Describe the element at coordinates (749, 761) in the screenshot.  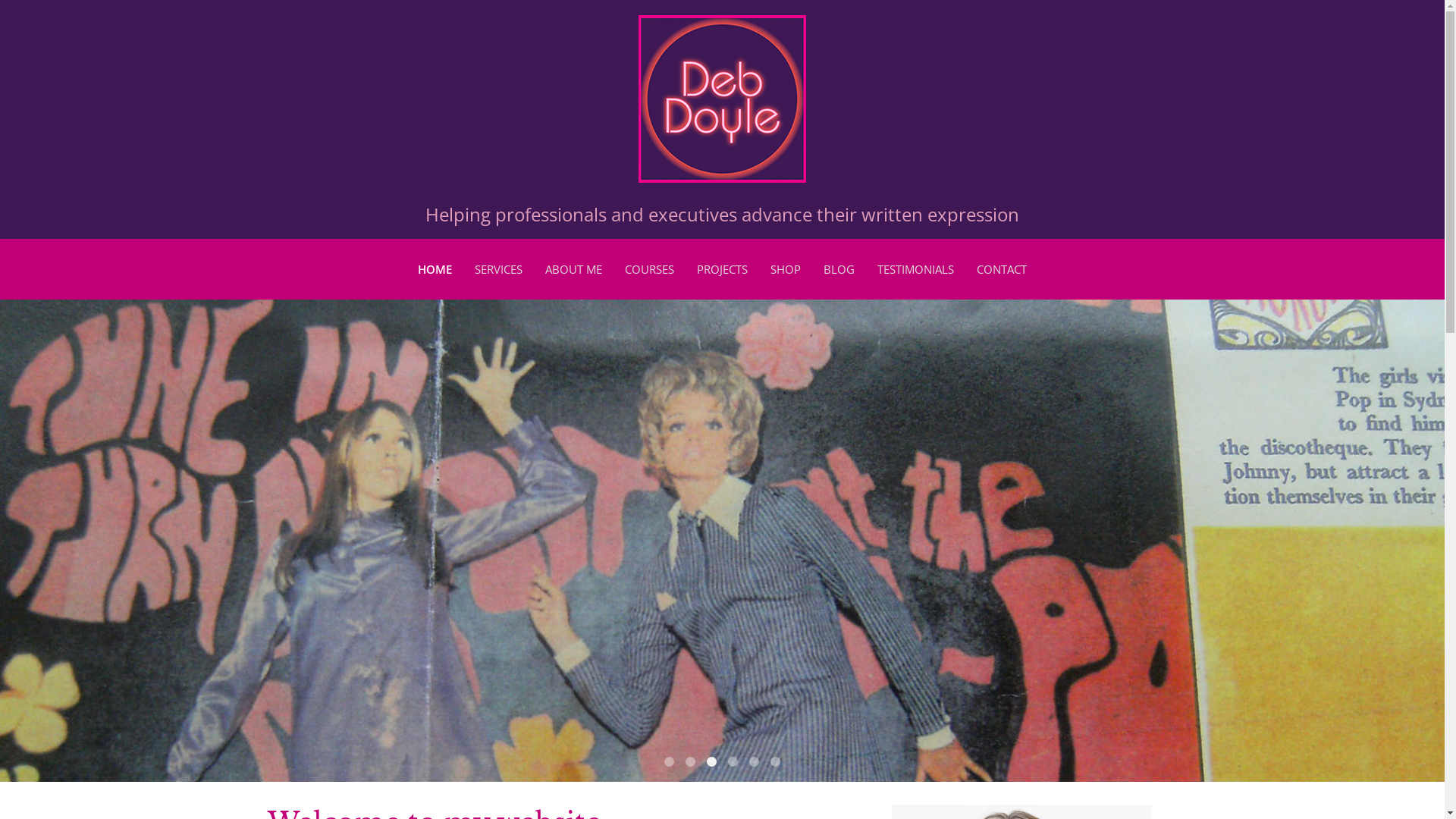
I see `'5a'` at that location.